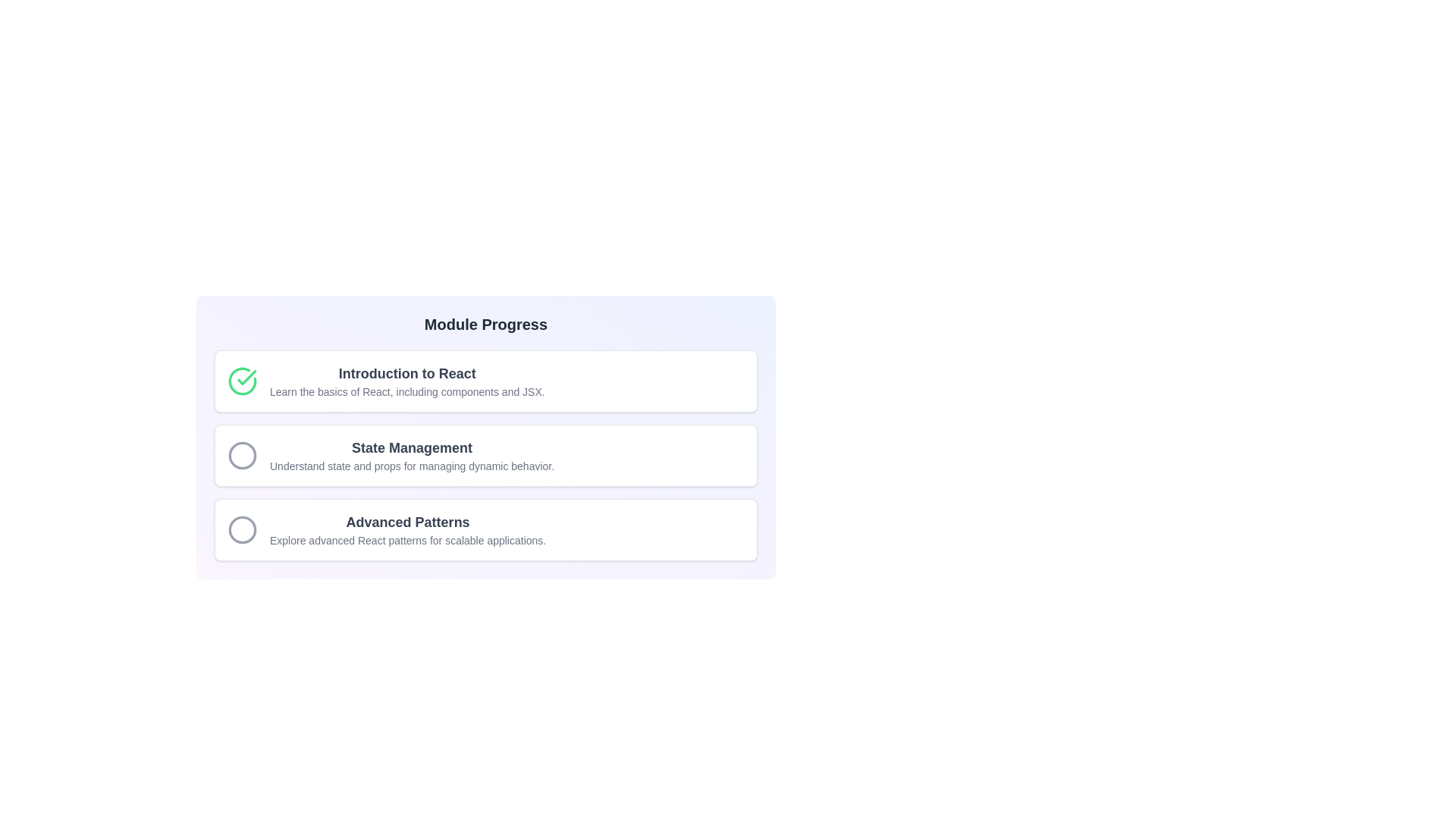 This screenshot has height=819, width=1456. I want to click on the Informational panel that provides details about the 'State Management' topic, located below the 'Introduction to React' section and above the 'Advanced Patterns' section, so click(486, 455).